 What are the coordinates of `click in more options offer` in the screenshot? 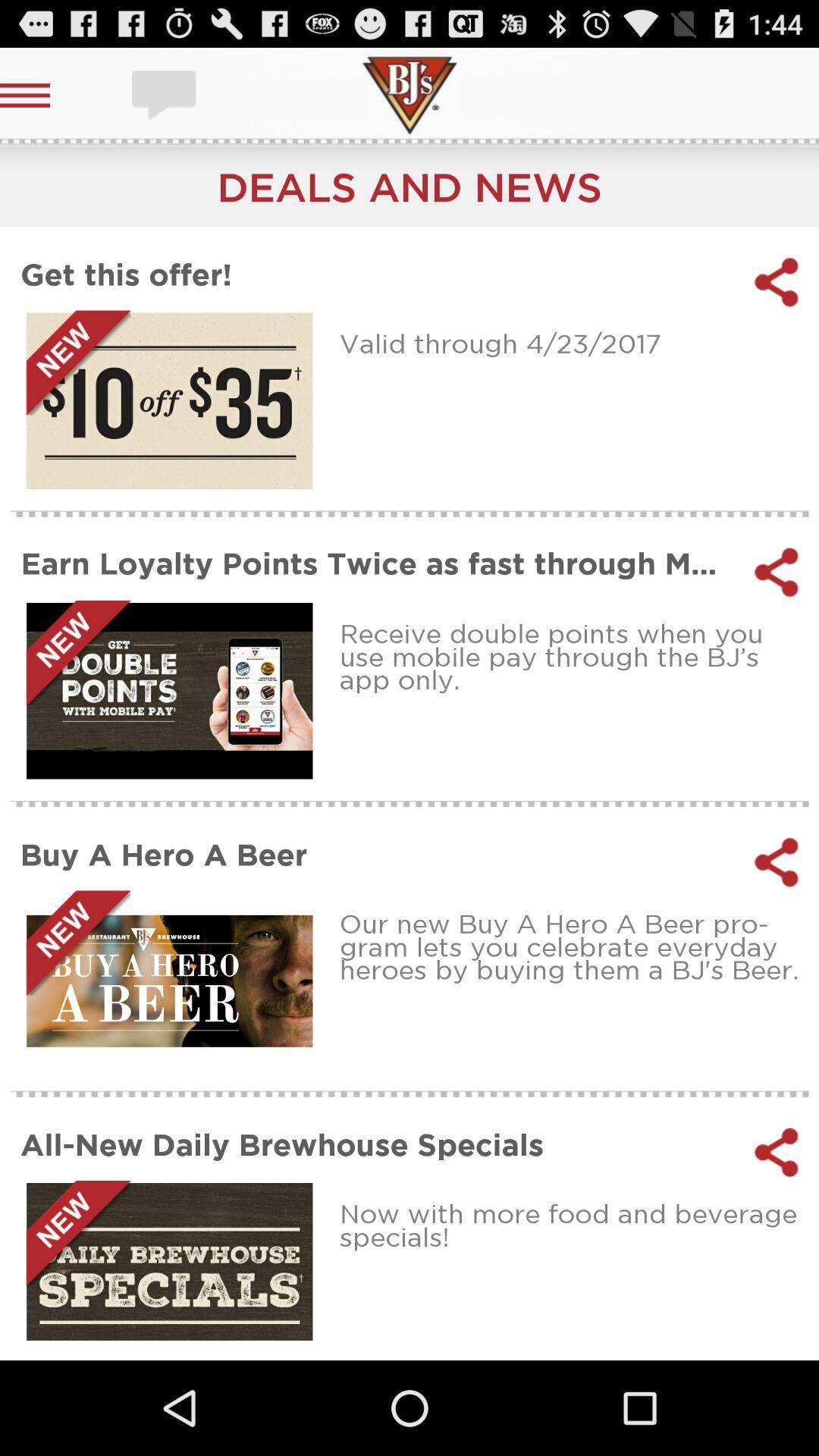 It's located at (169, 400).